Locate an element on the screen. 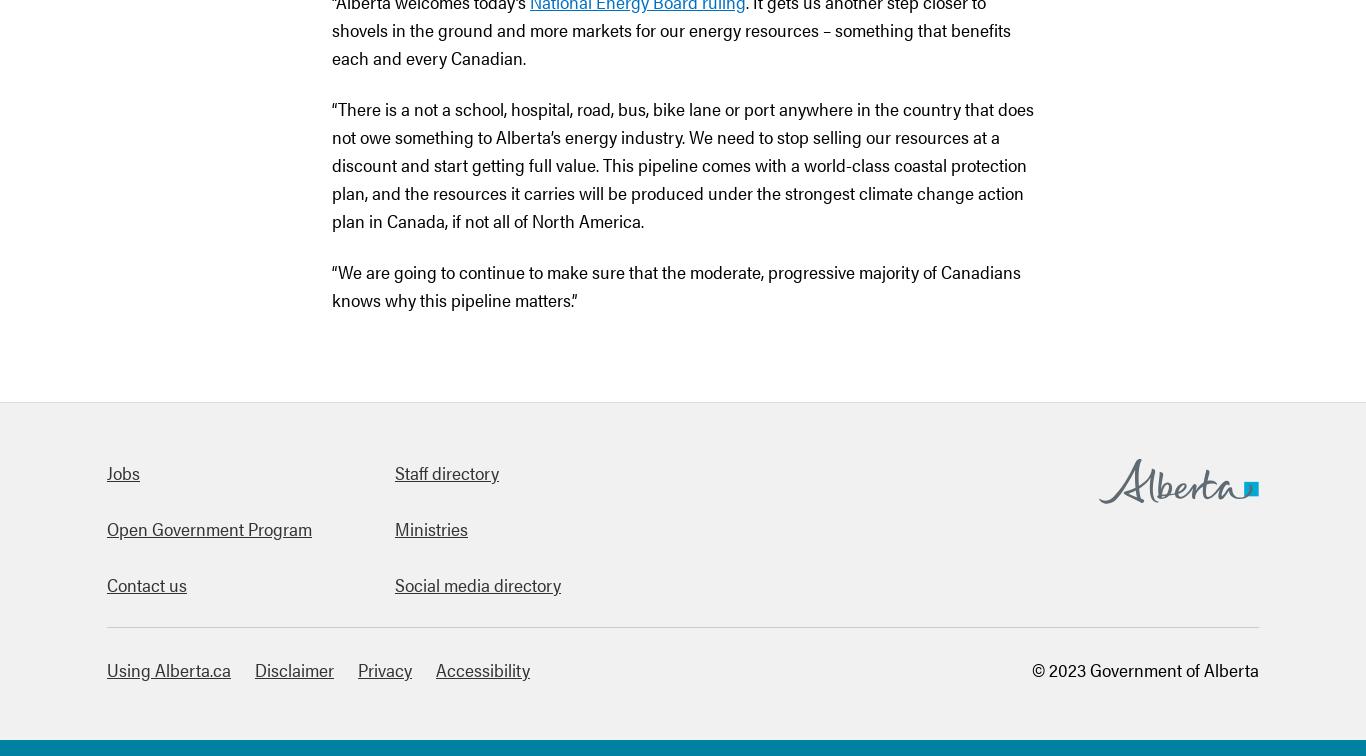  'Staff directory' is located at coordinates (445, 472).